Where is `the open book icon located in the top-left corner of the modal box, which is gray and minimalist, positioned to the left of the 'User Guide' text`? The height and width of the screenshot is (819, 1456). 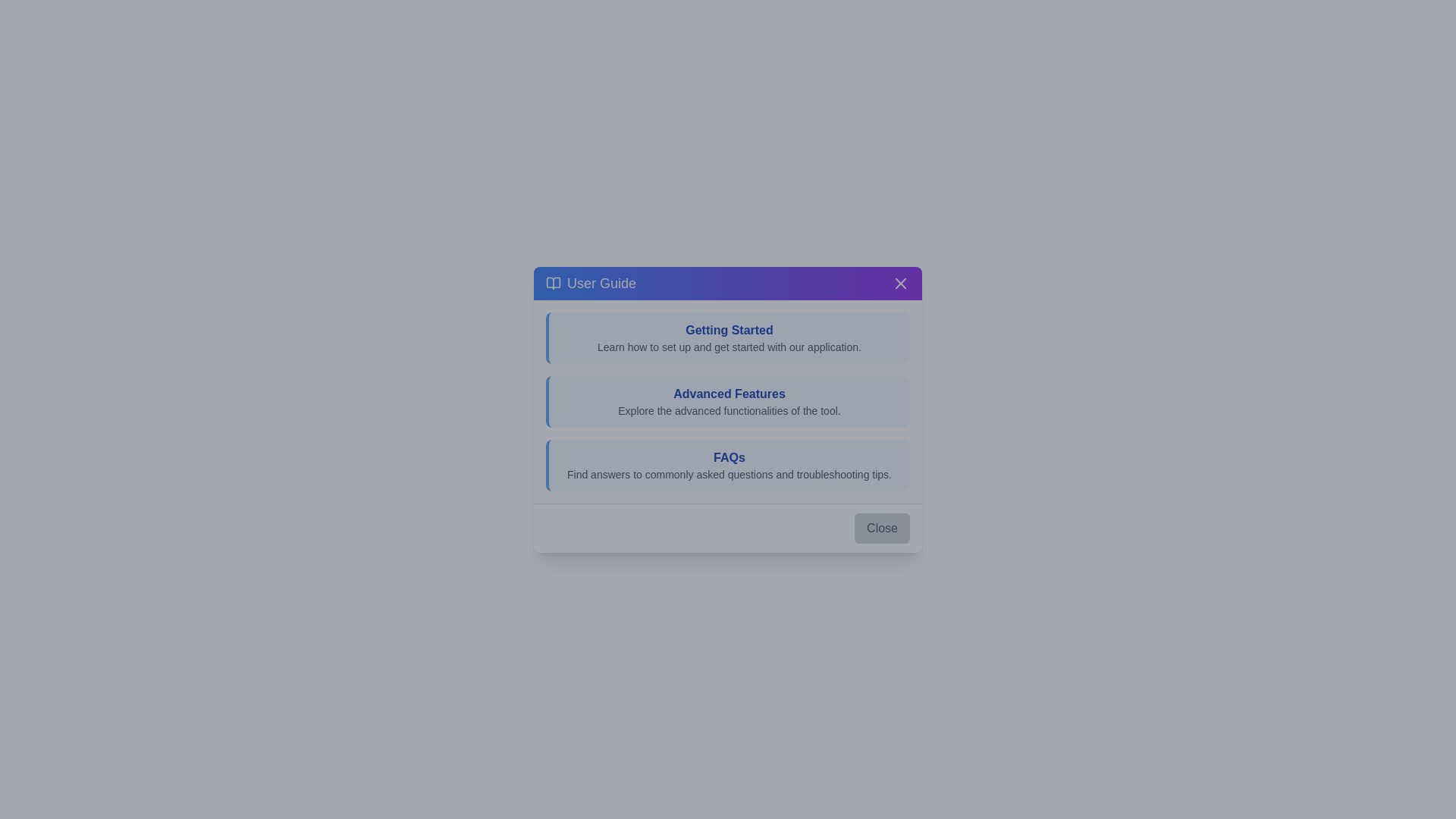 the open book icon located in the top-left corner of the modal box, which is gray and minimalist, positioned to the left of the 'User Guide' text is located at coordinates (552, 283).